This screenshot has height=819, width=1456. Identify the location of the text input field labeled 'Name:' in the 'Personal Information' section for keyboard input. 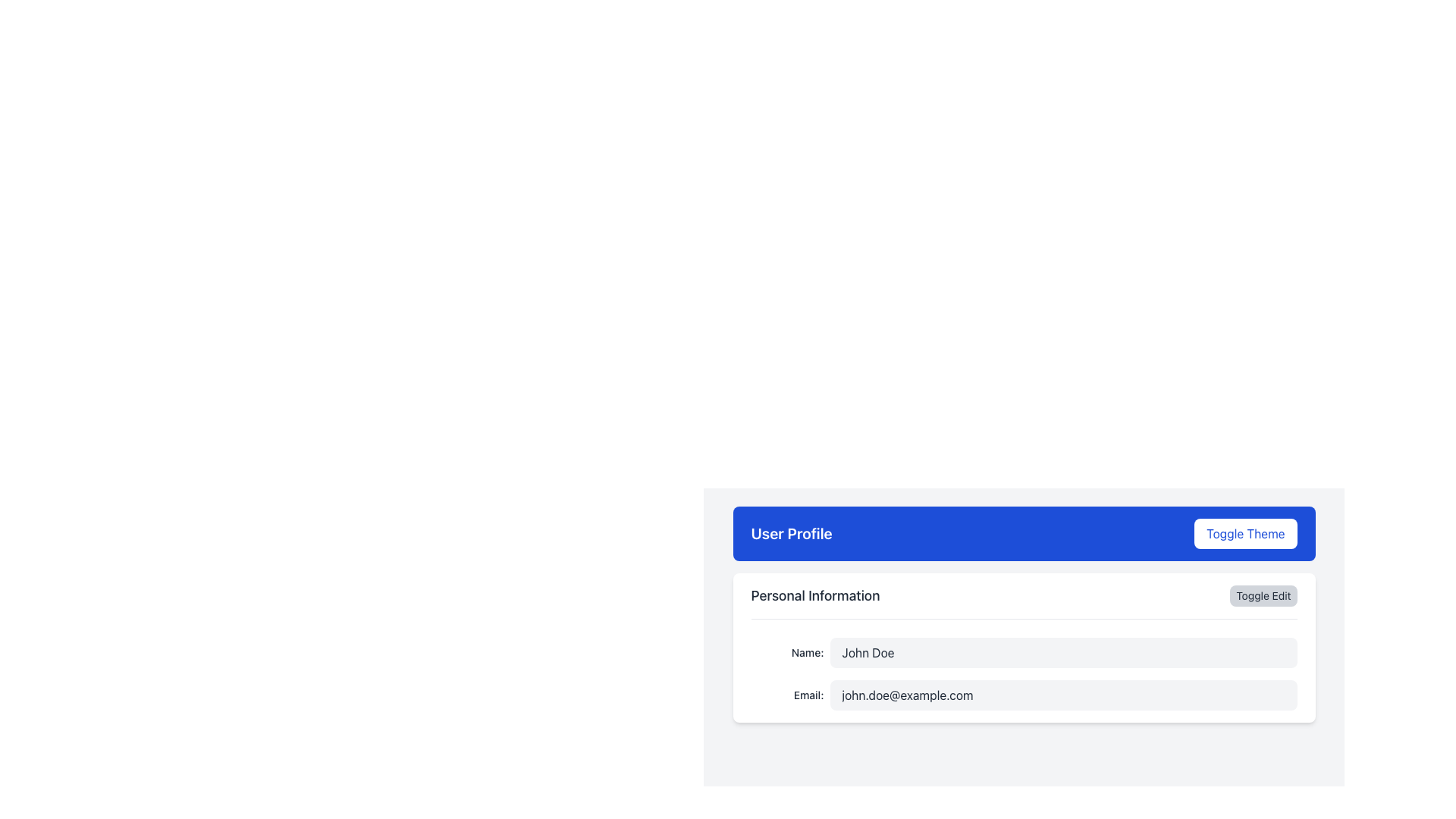
(1023, 651).